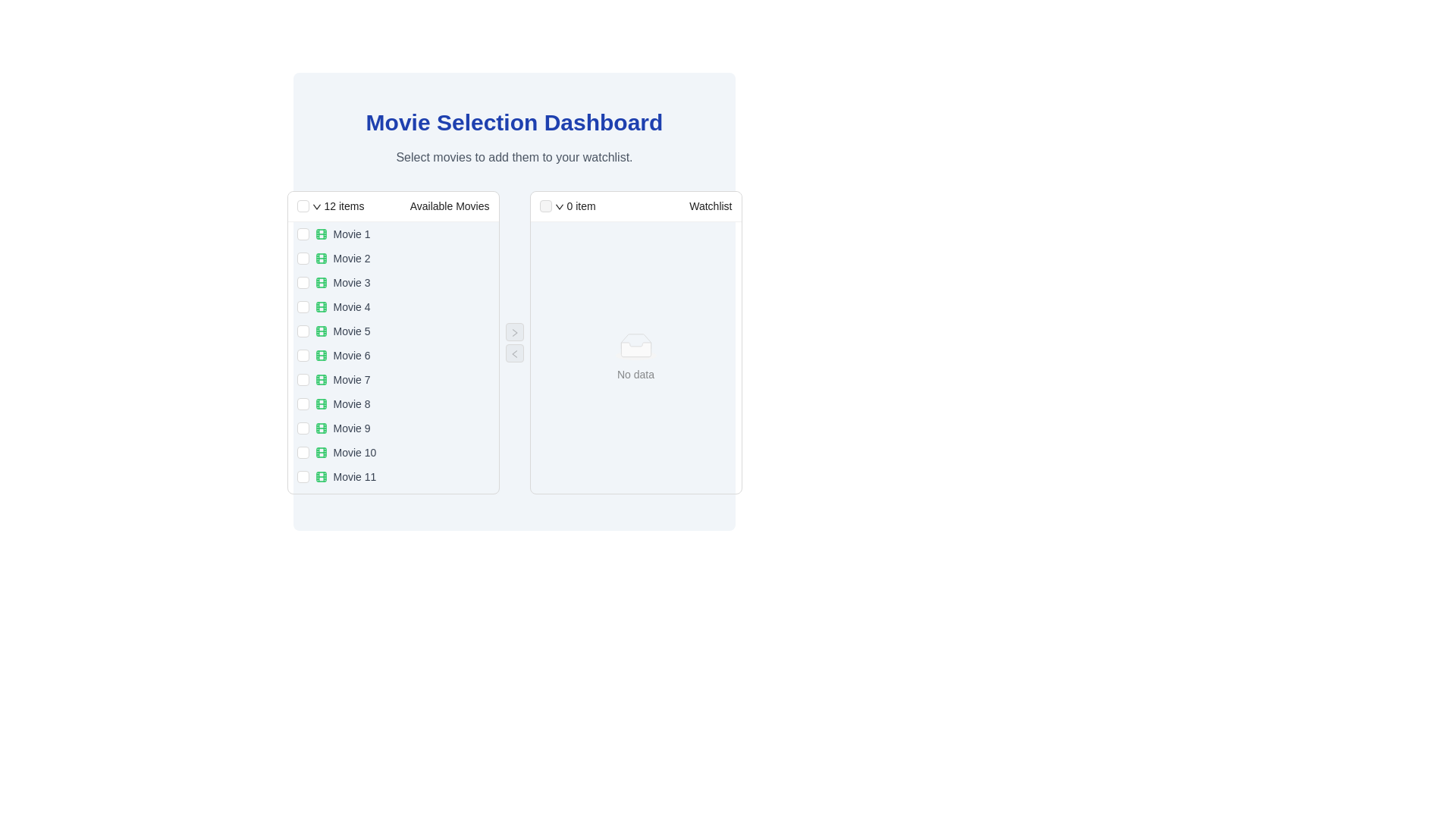  What do you see at coordinates (393, 356) in the screenshot?
I see `the checkbox associated with the movie option 'Movie 6' in the vertical list of 'Available Movies'` at bounding box center [393, 356].